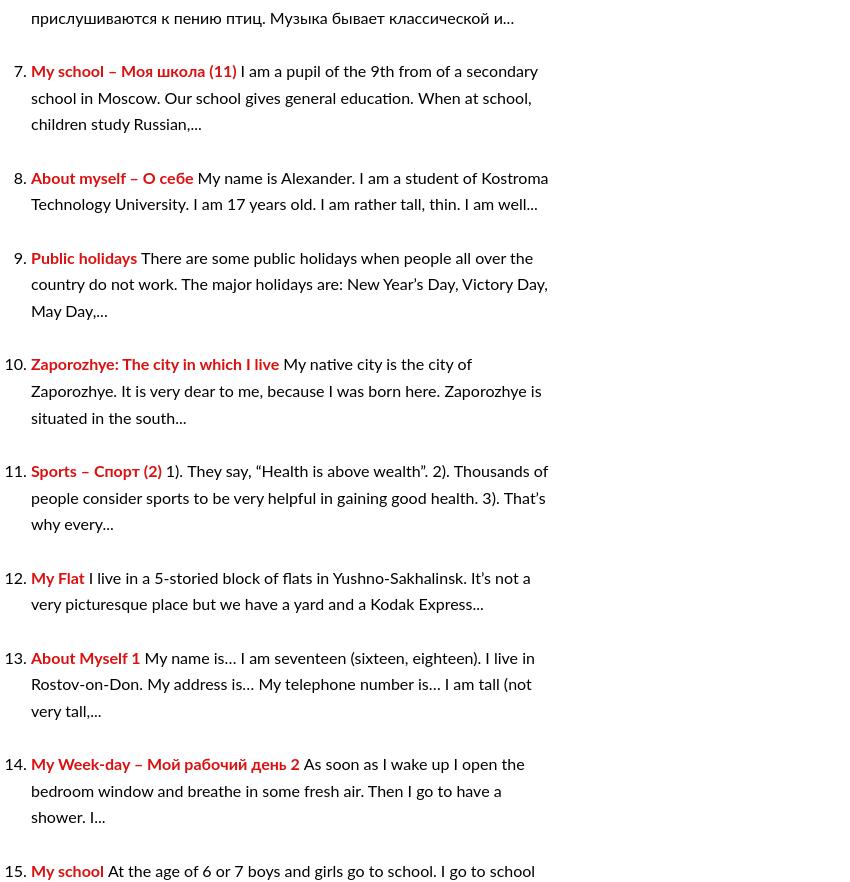 The height and width of the screenshot is (882, 850). I want to click on 'There are some public holidays when people all over the country do not work. The major holidays are: New Year’s Day, Victory Day, May Day,...', so click(30, 284).